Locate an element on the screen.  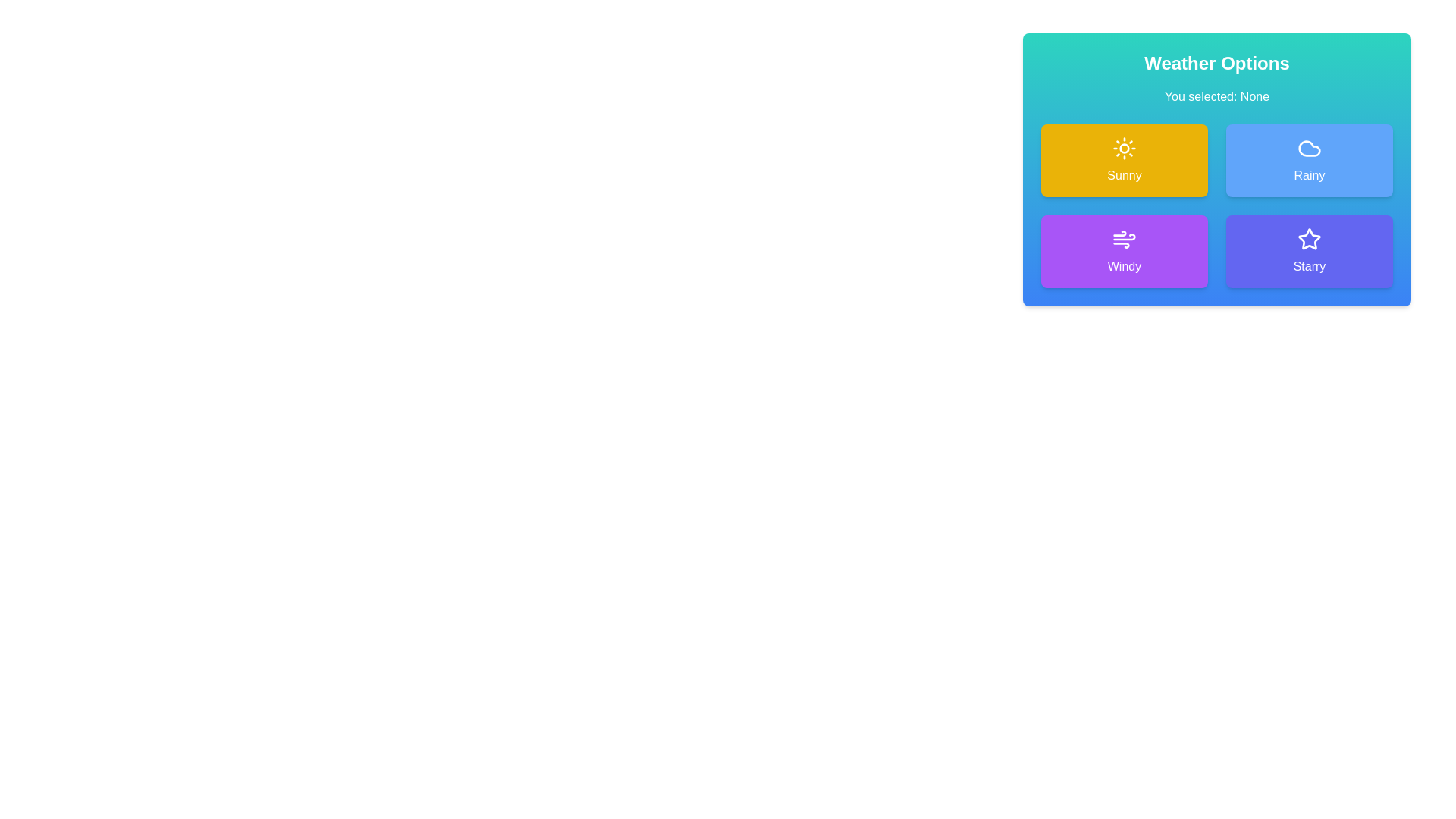
the 'Sunny' button, which is the first option in the grid layout is located at coordinates (1125, 161).